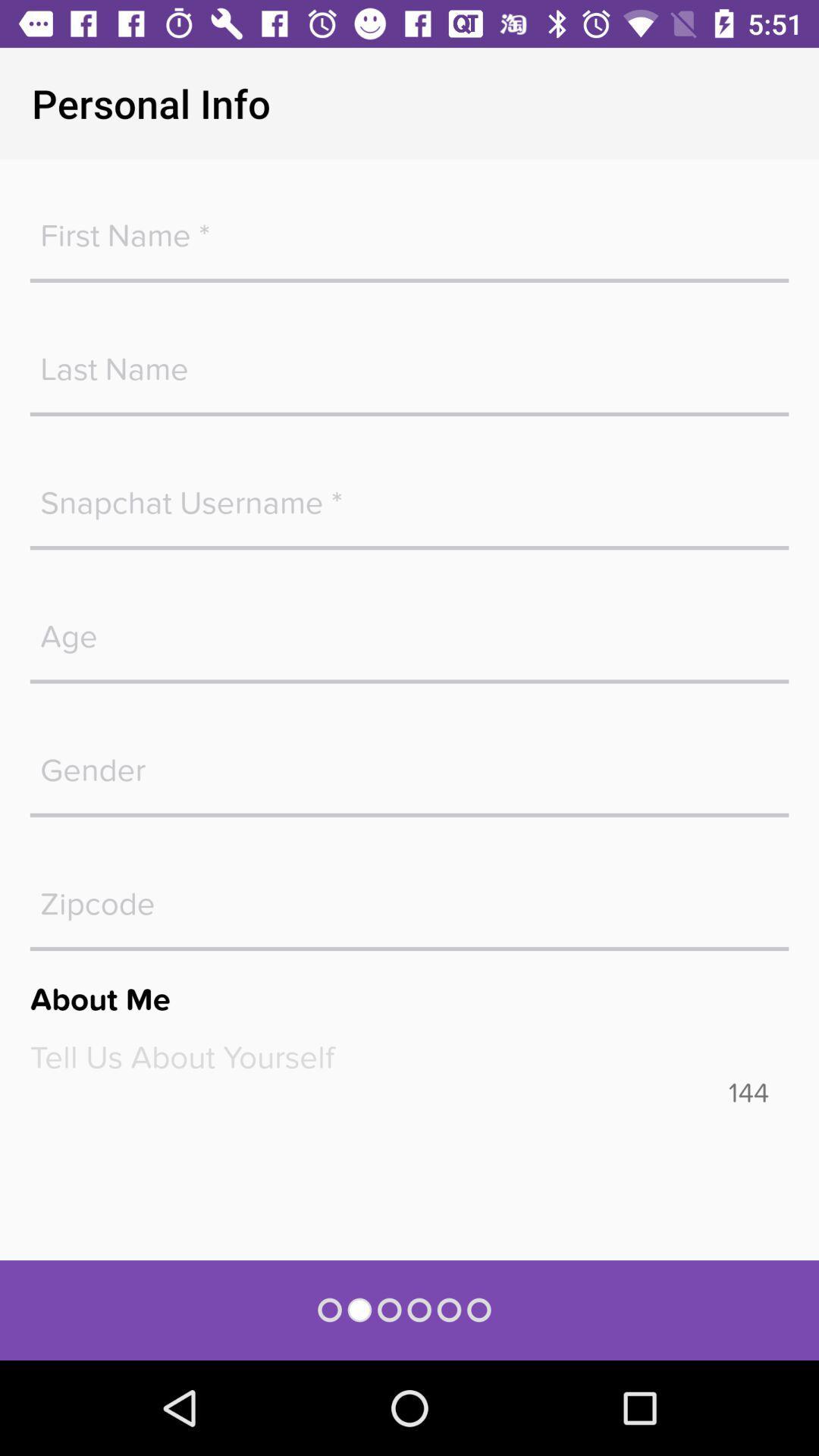 The height and width of the screenshot is (1456, 819). Describe the element at coordinates (409, 762) in the screenshot. I see `gender` at that location.